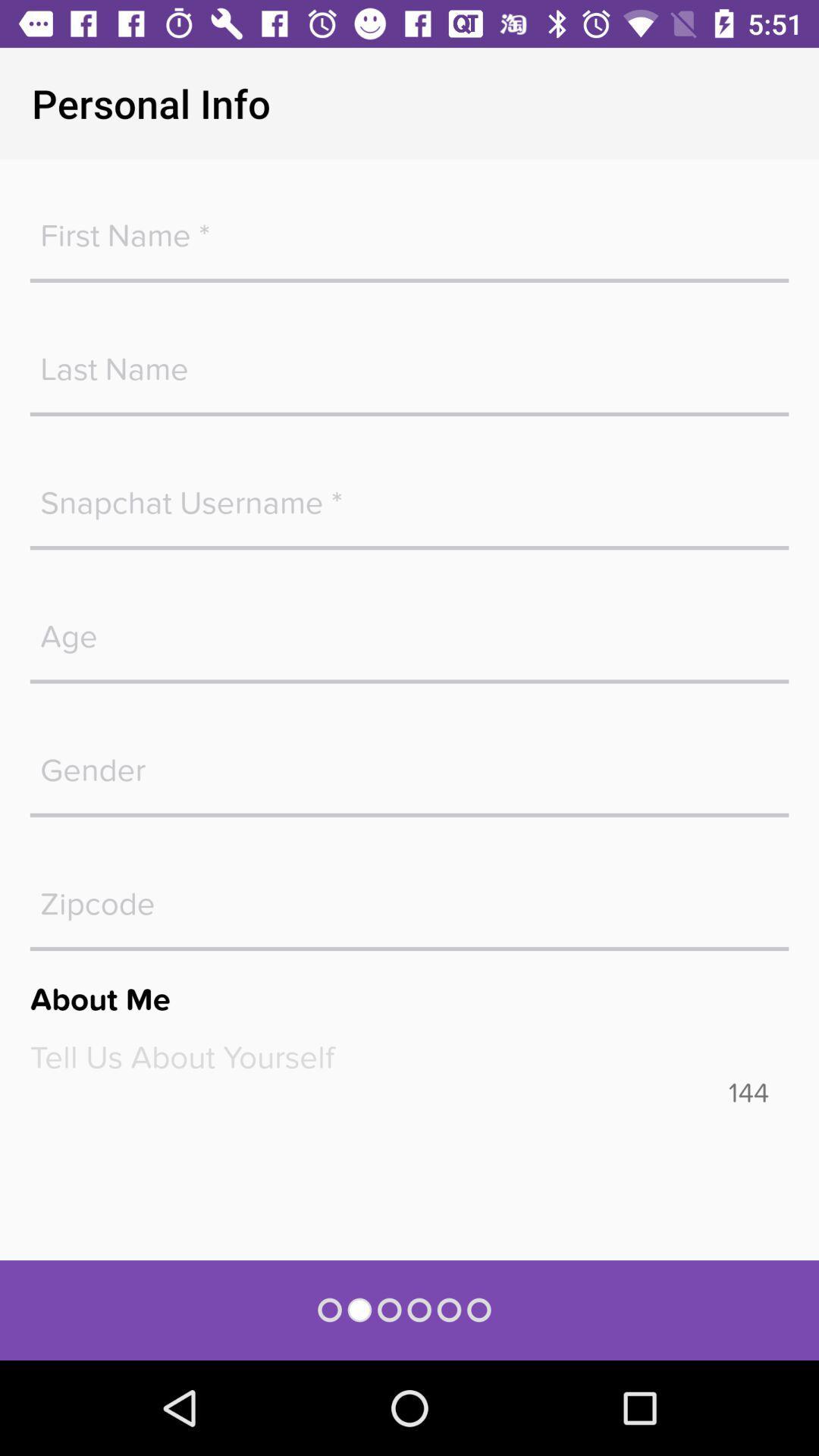 The height and width of the screenshot is (1456, 819). Describe the element at coordinates (409, 762) in the screenshot. I see `gender` at that location.